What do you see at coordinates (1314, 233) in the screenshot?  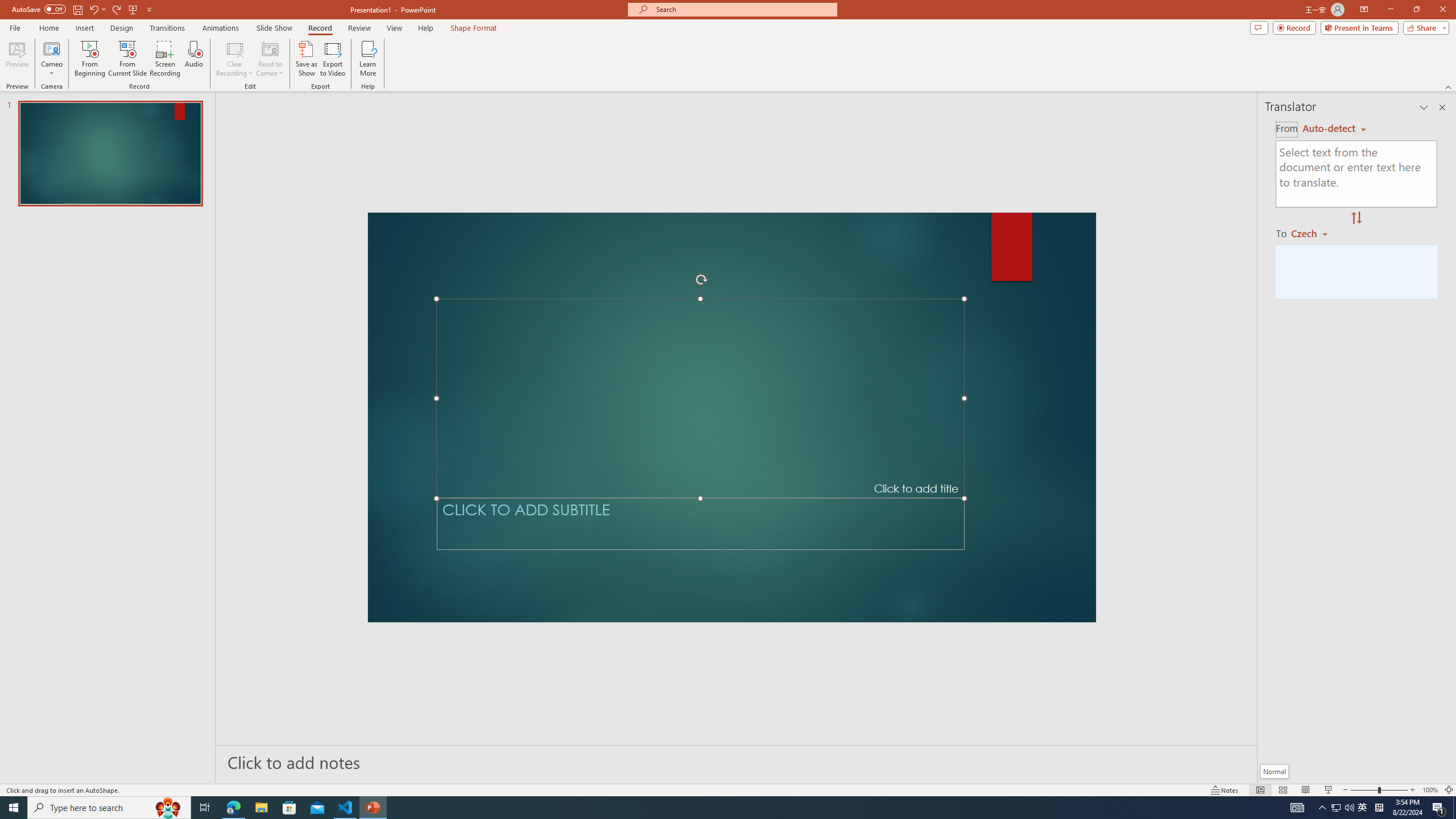 I see `'Czech'` at bounding box center [1314, 233].